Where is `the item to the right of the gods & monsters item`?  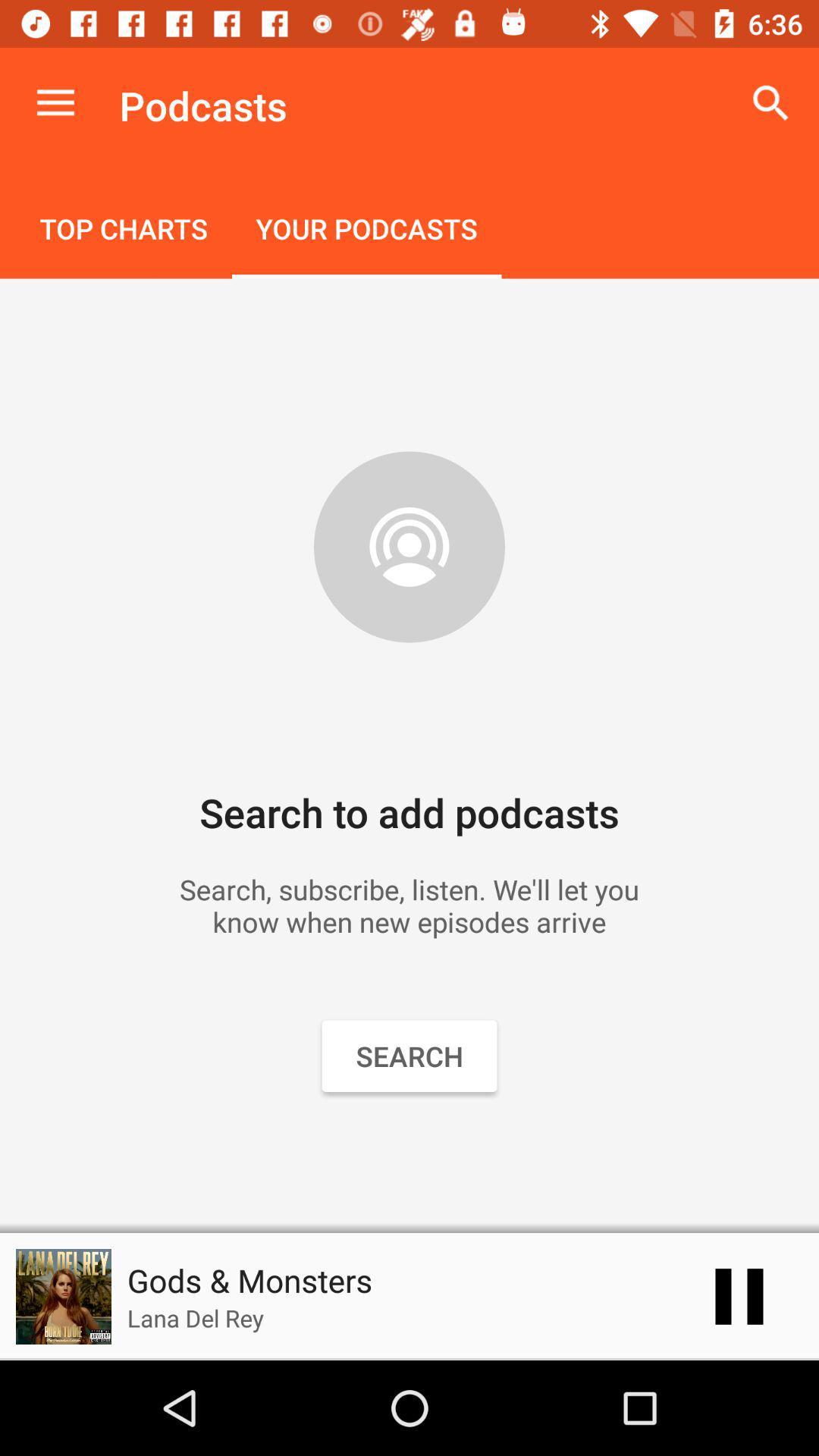
the item to the right of the gods & monsters item is located at coordinates (739, 1295).